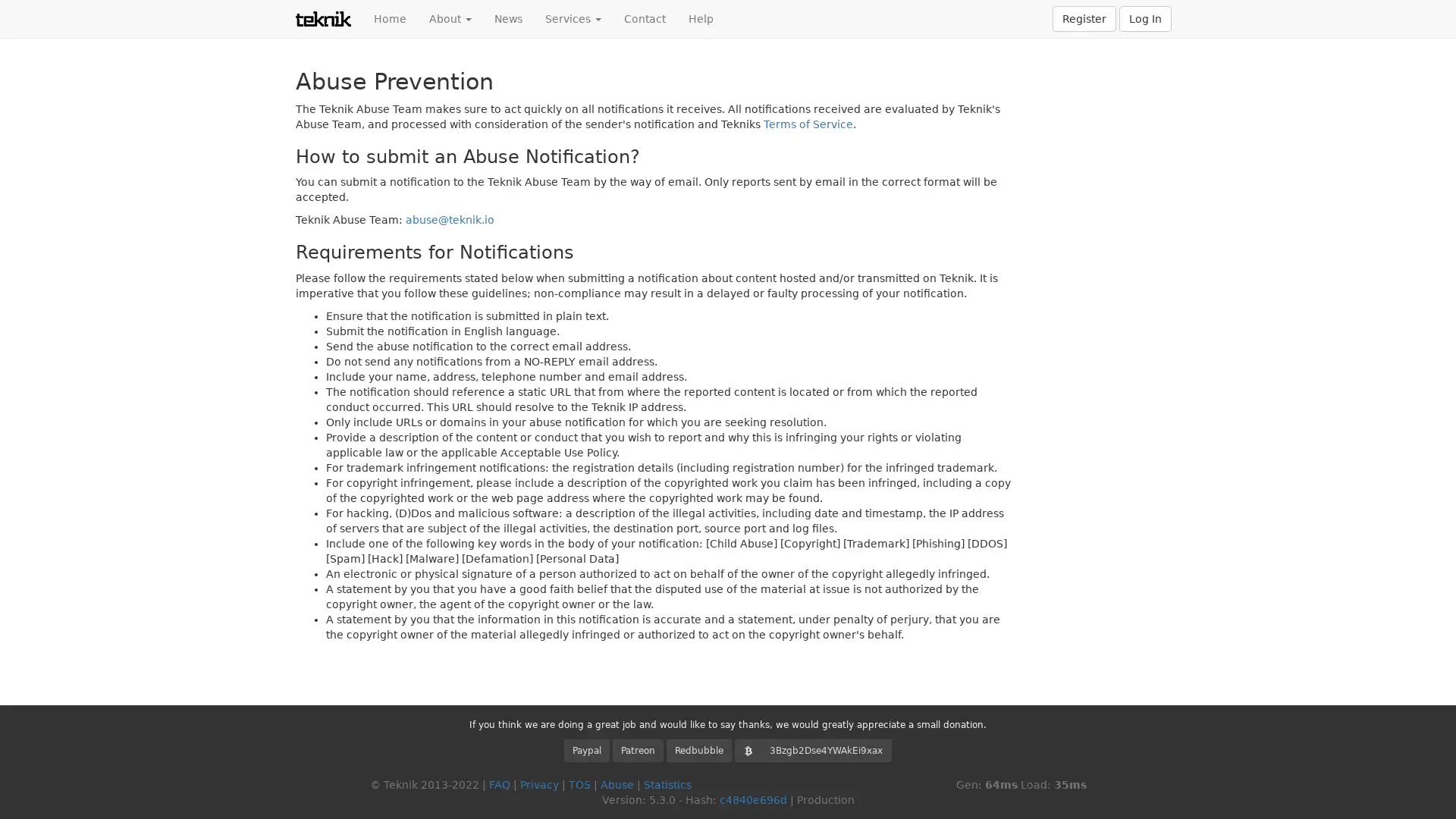 The image size is (1456, 819). I want to click on Redbubble, so click(698, 751).